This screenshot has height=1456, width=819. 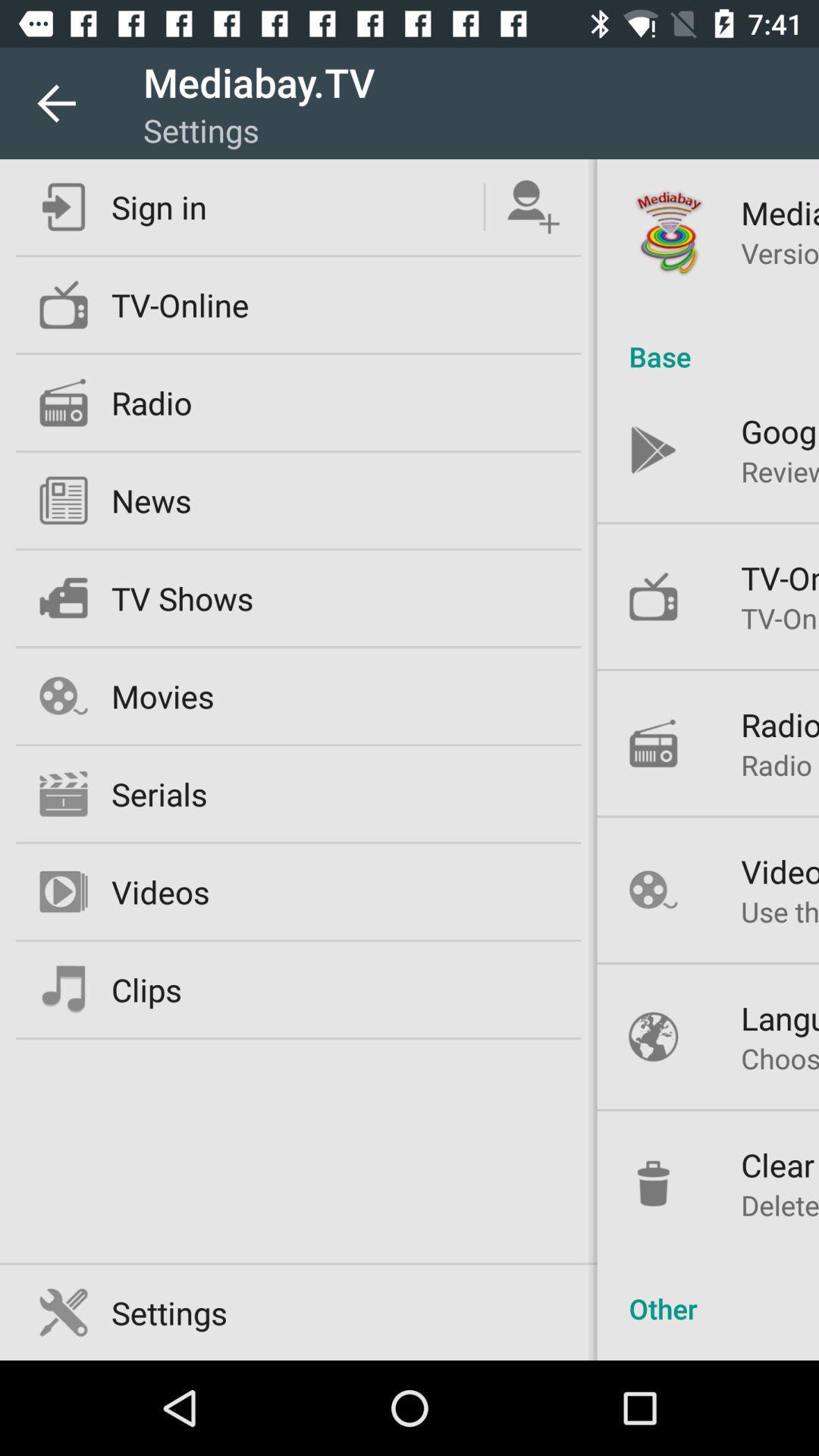 I want to click on review this app item, so click(x=780, y=470).